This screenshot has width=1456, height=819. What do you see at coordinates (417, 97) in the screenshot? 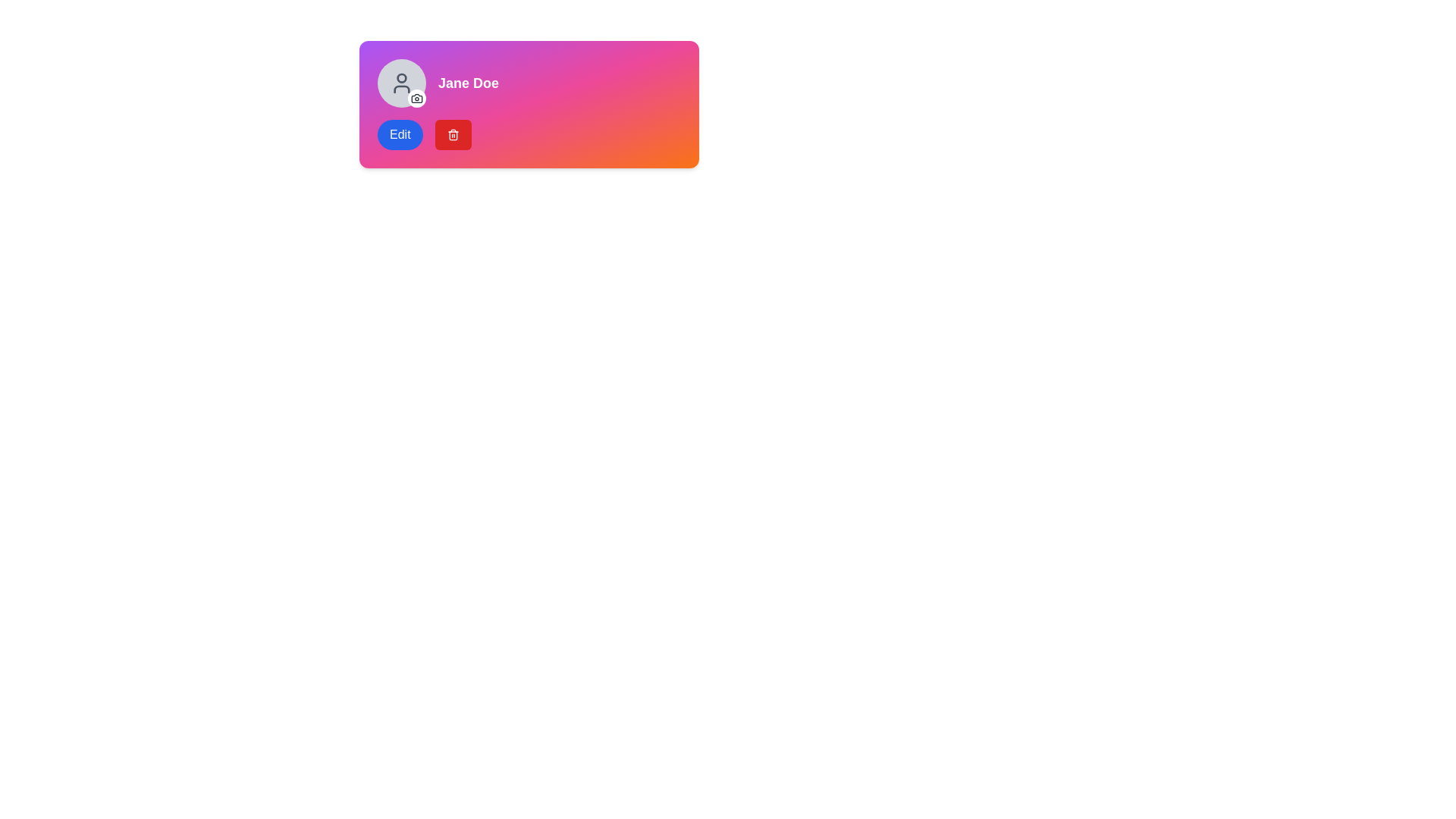
I see `the camera icon located to the left of 'Jane Doe' in the profile card interface to initiate a related action` at bounding box center [417, 97].